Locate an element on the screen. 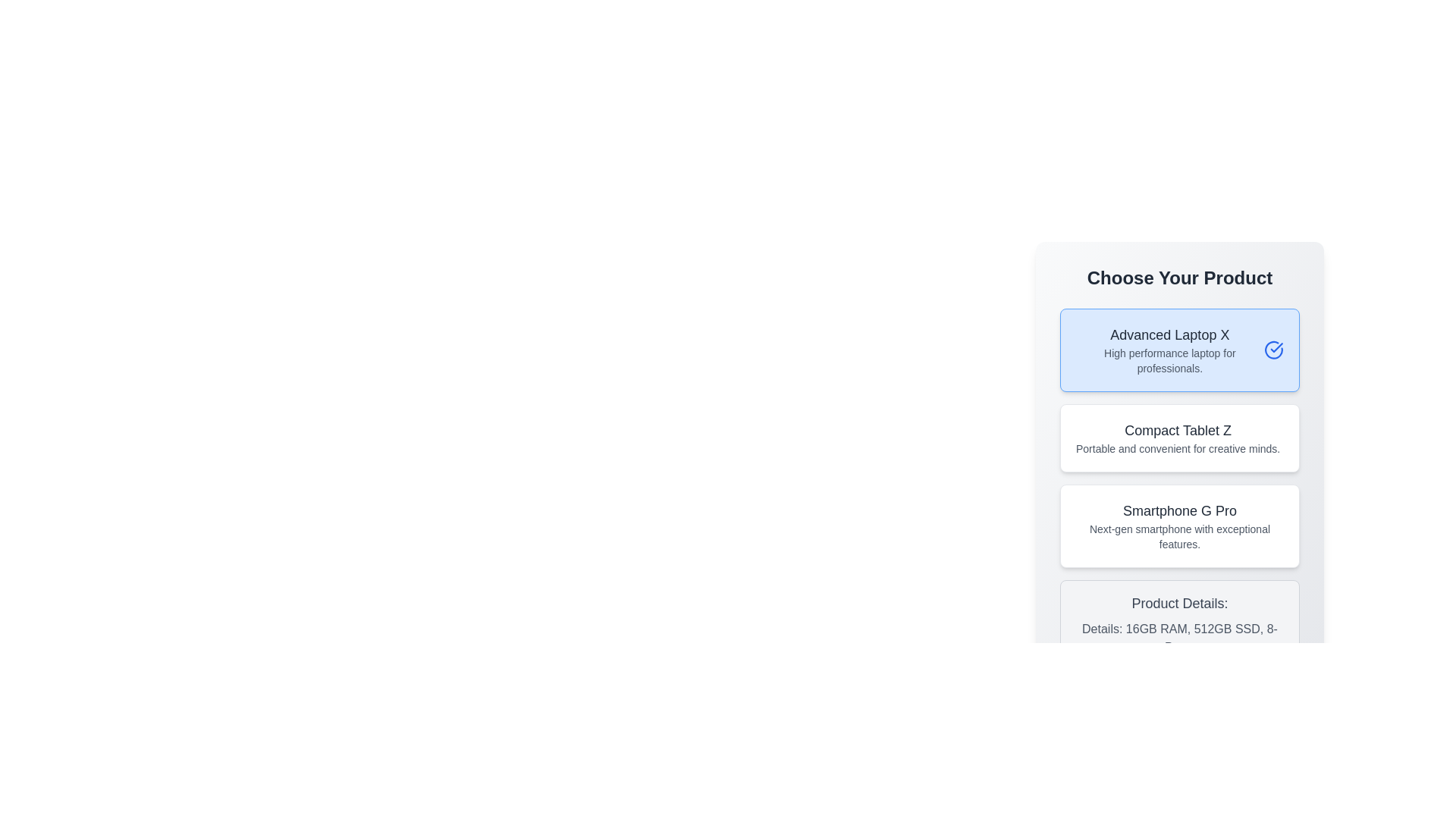 The height and width of the screenshot is (819, 1456). the text label that displays 'Advanced Laptop X', which is styled in a larger bold font and is positioned at the top of a vertical list of product options is located at coordinates (1169, 334).